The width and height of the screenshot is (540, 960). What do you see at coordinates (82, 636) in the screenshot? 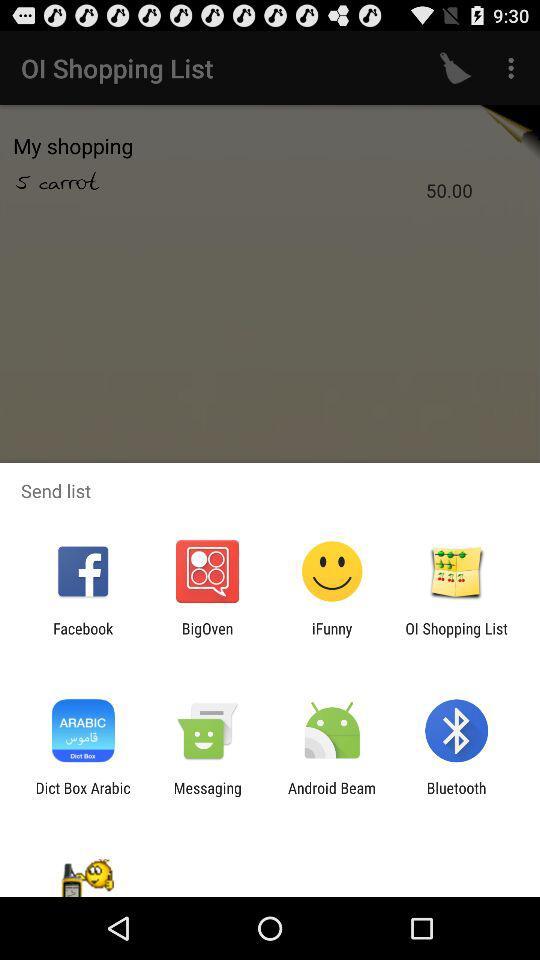
I see `the facebook` at bounding box center [82, 636].